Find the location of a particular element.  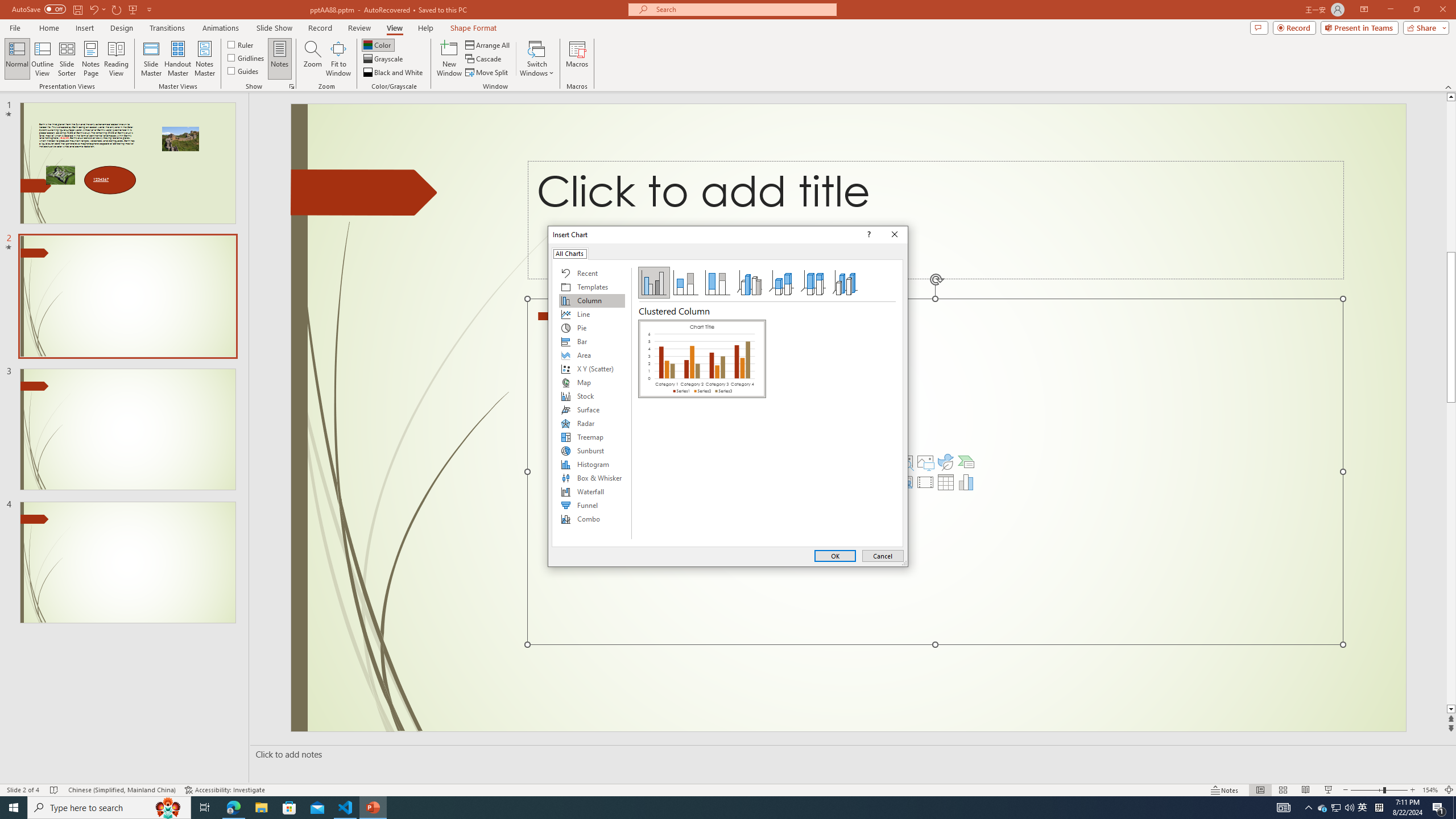

'X Y (Scatter)' is located at coordinates (591, 368).